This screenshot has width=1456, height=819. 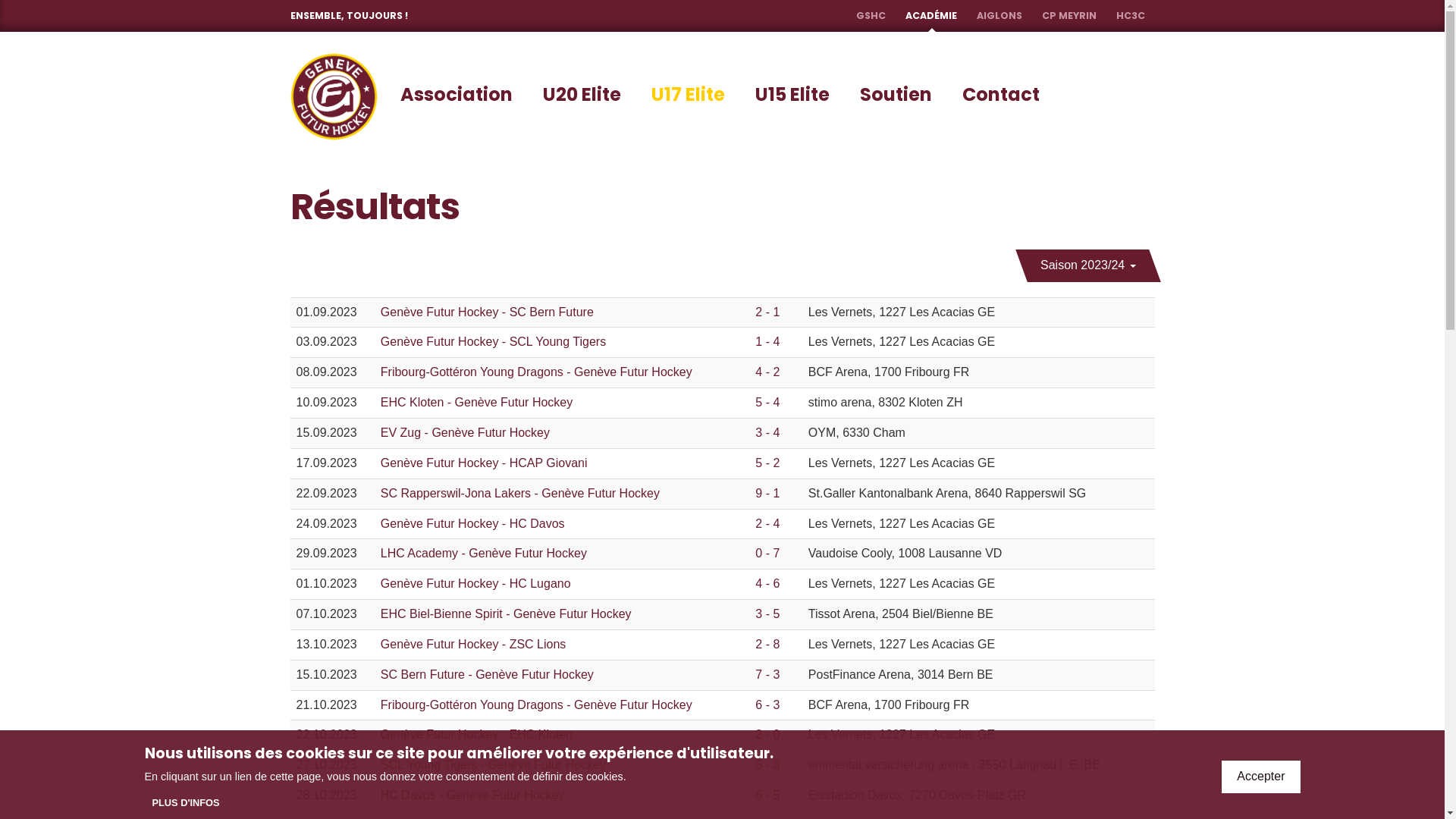 I want to click on 'Saison 2023/24', so click(x=1081, y=265).